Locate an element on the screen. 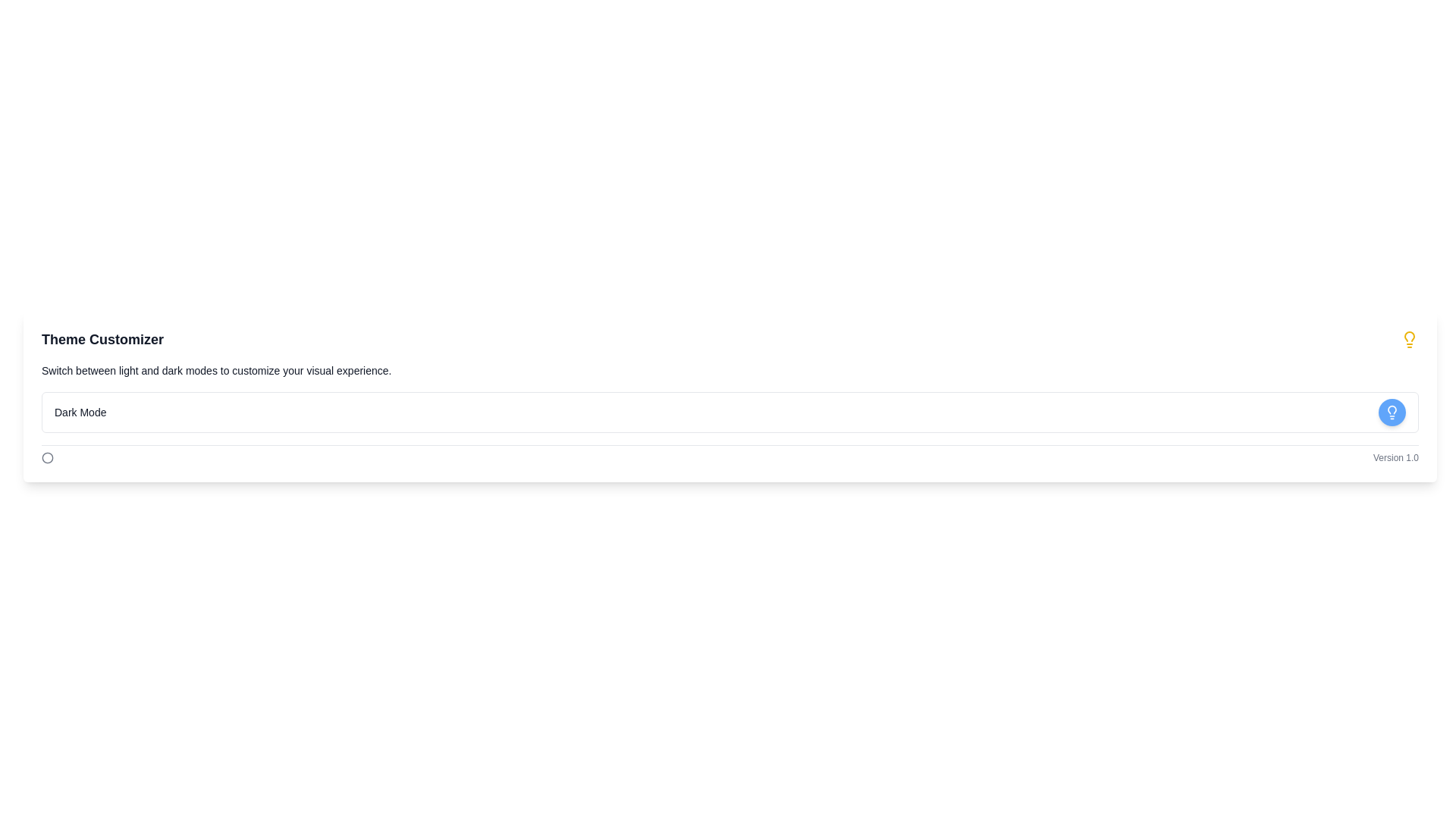 This screenshot has height=819, width=1456. the button with a light bulb icon is located at coordinates (1392, 412).